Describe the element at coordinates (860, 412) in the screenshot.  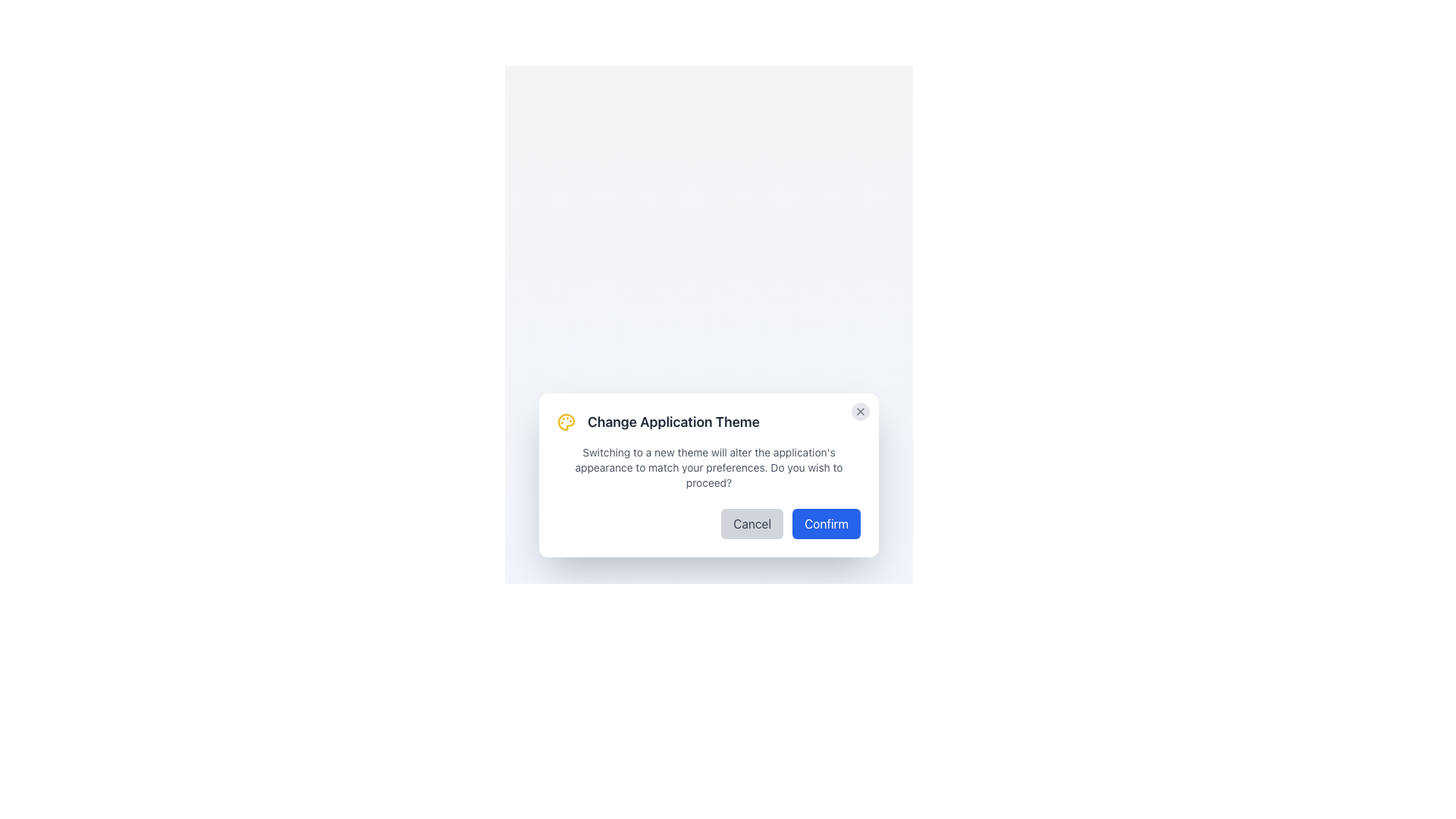
I see `the circular button located at the top-right corner of the modal dialog` at that location.